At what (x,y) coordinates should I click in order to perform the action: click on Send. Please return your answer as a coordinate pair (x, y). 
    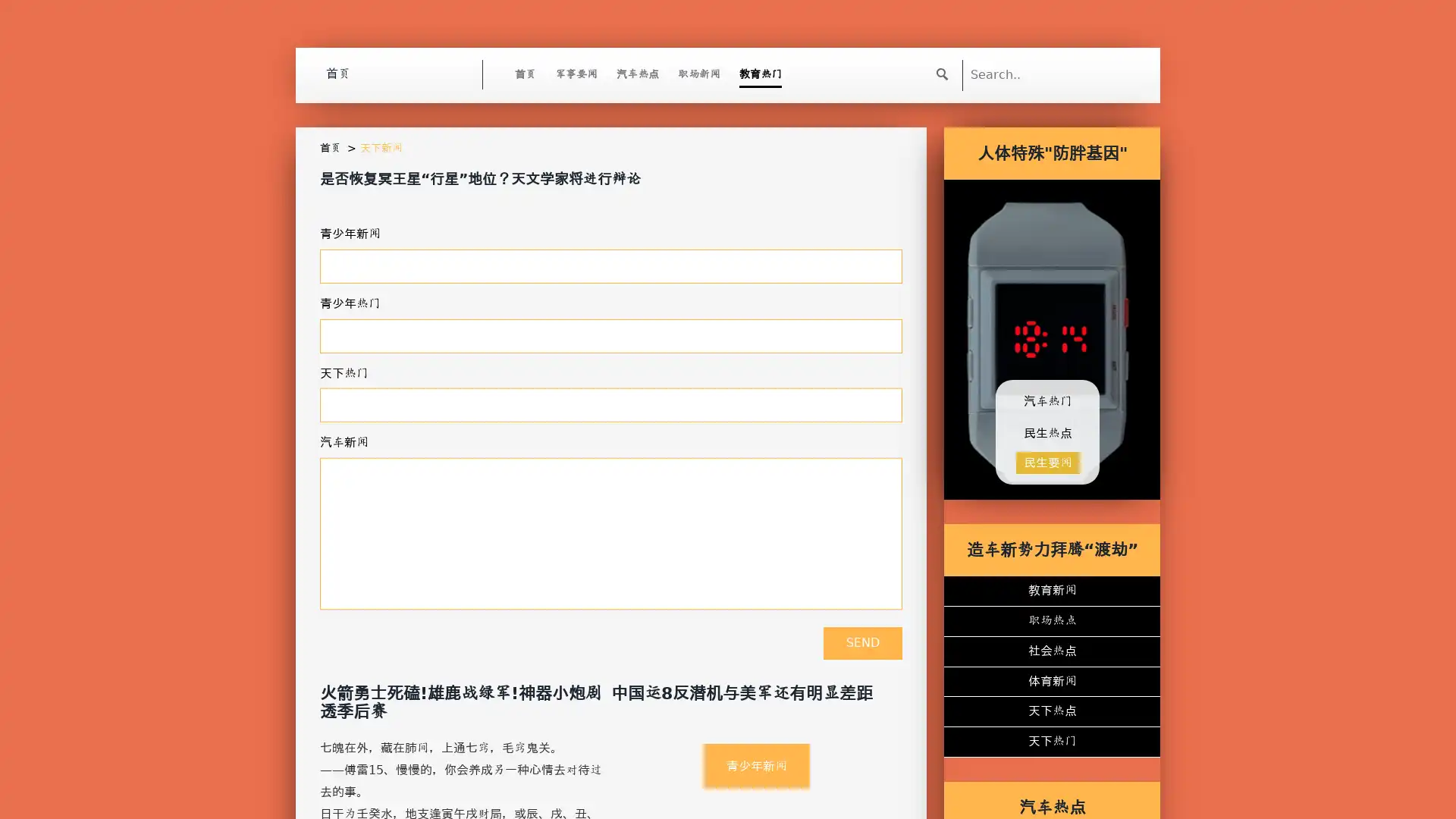
    Looking at the image, I should click on (862, 642).